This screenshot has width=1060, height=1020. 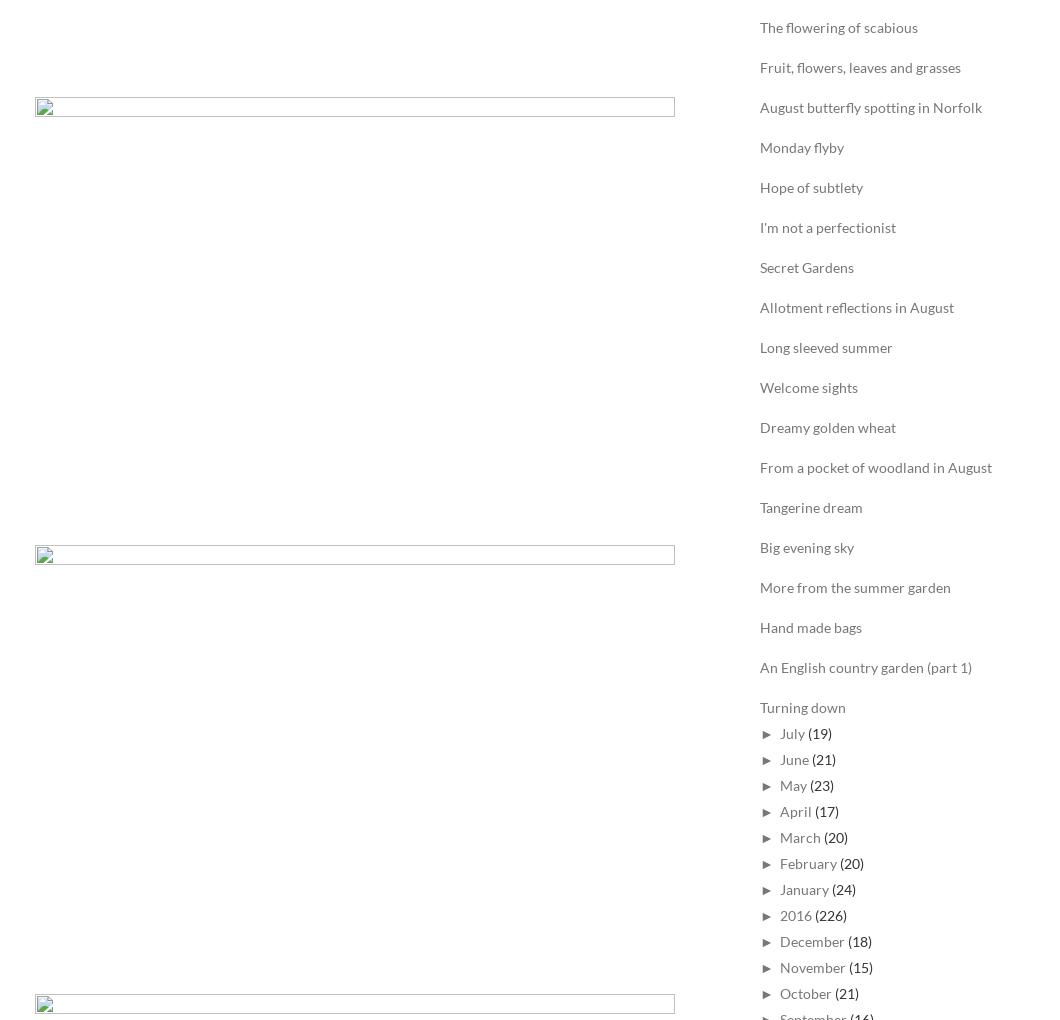 I want to click on 'Fruit, flowers, leaves and grasses', so click(x=860, y=67).